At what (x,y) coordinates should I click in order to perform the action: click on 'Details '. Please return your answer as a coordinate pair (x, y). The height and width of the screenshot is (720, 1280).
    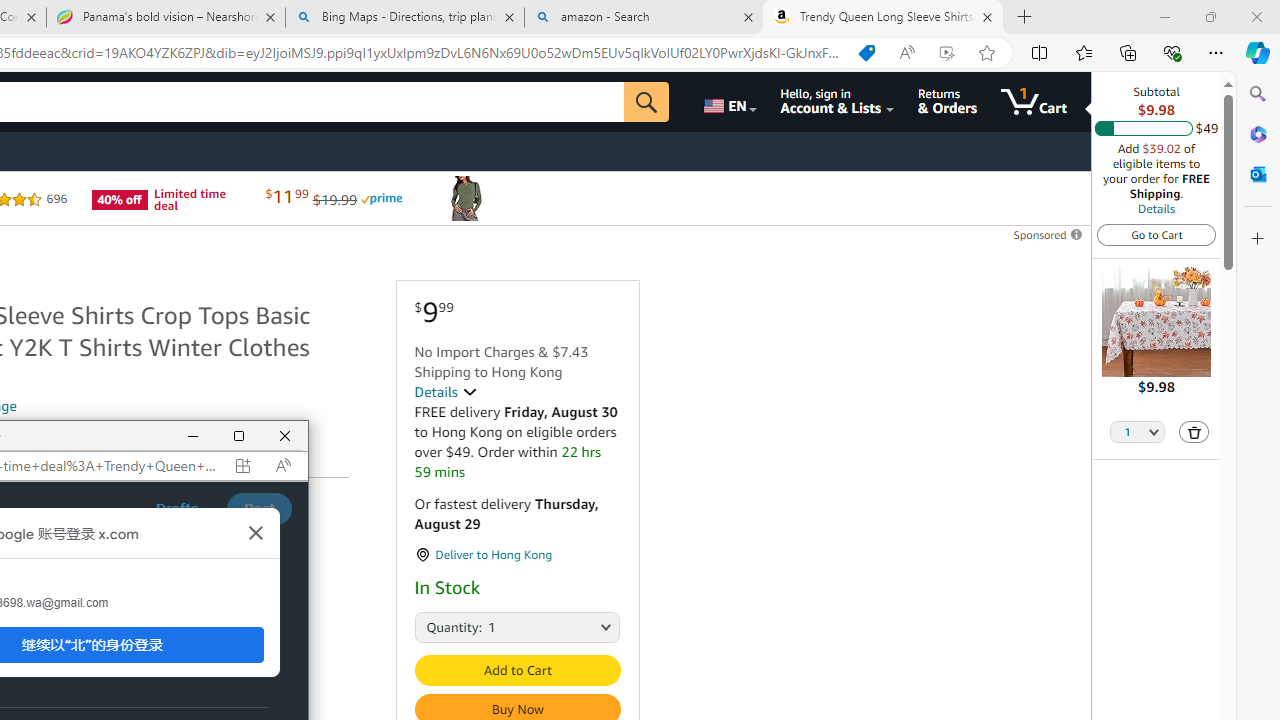
    Looking at the image, I should click on (444, 392).